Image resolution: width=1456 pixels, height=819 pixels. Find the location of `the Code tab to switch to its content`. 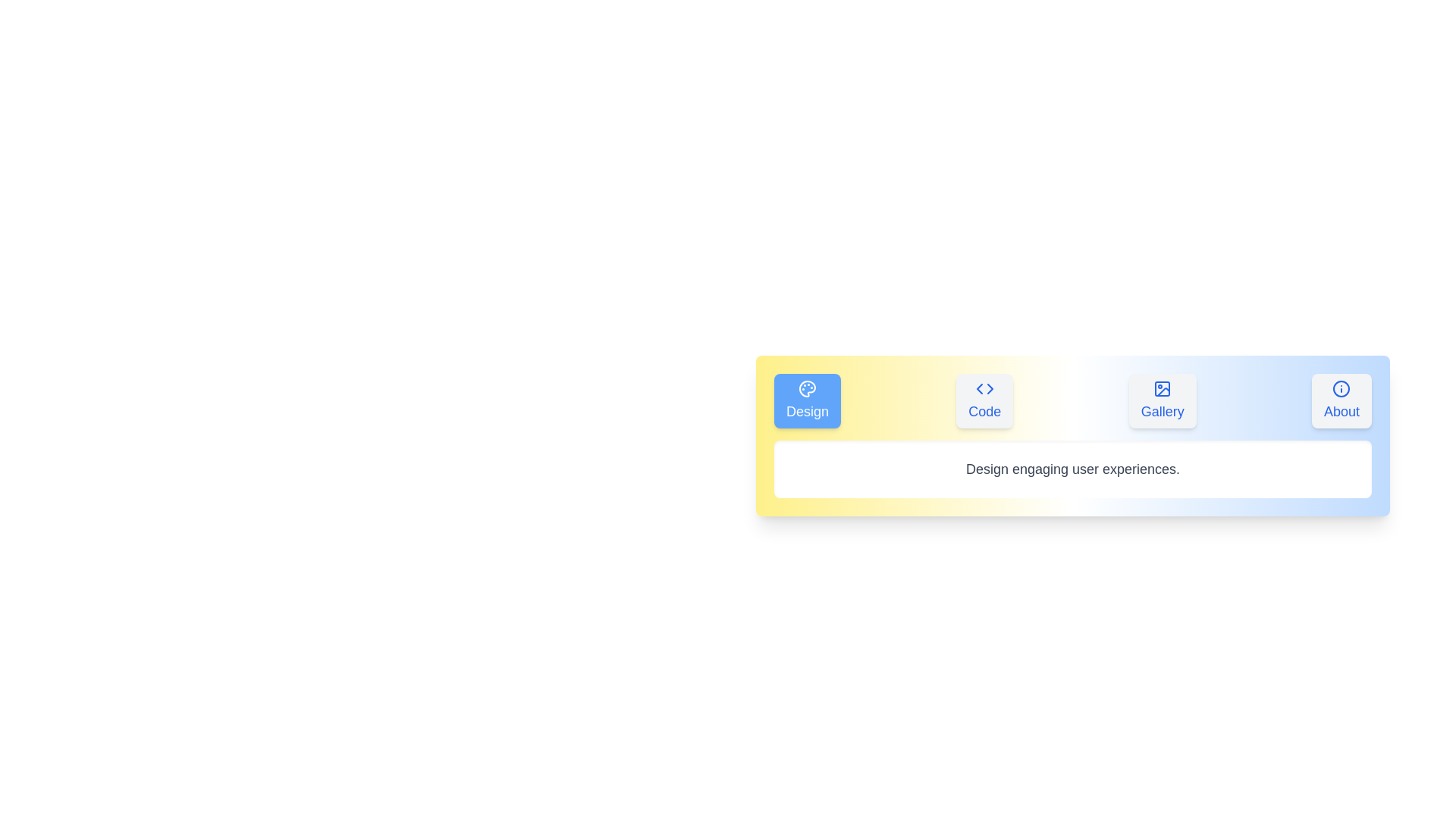

the Code tab to switch to its content is located at coordinates (984, 400).